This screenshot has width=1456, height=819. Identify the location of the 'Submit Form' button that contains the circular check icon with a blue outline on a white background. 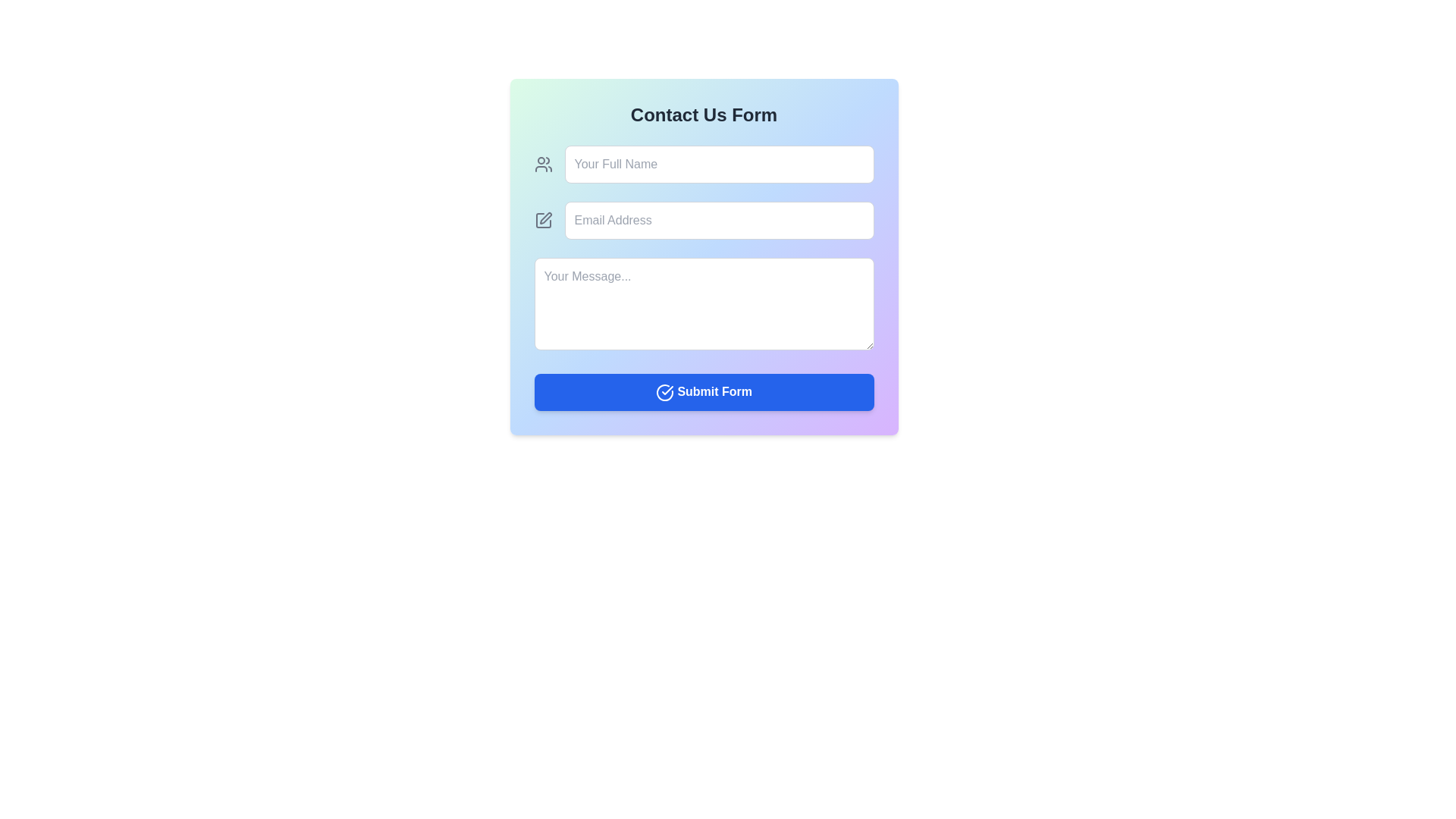
(664, 391).